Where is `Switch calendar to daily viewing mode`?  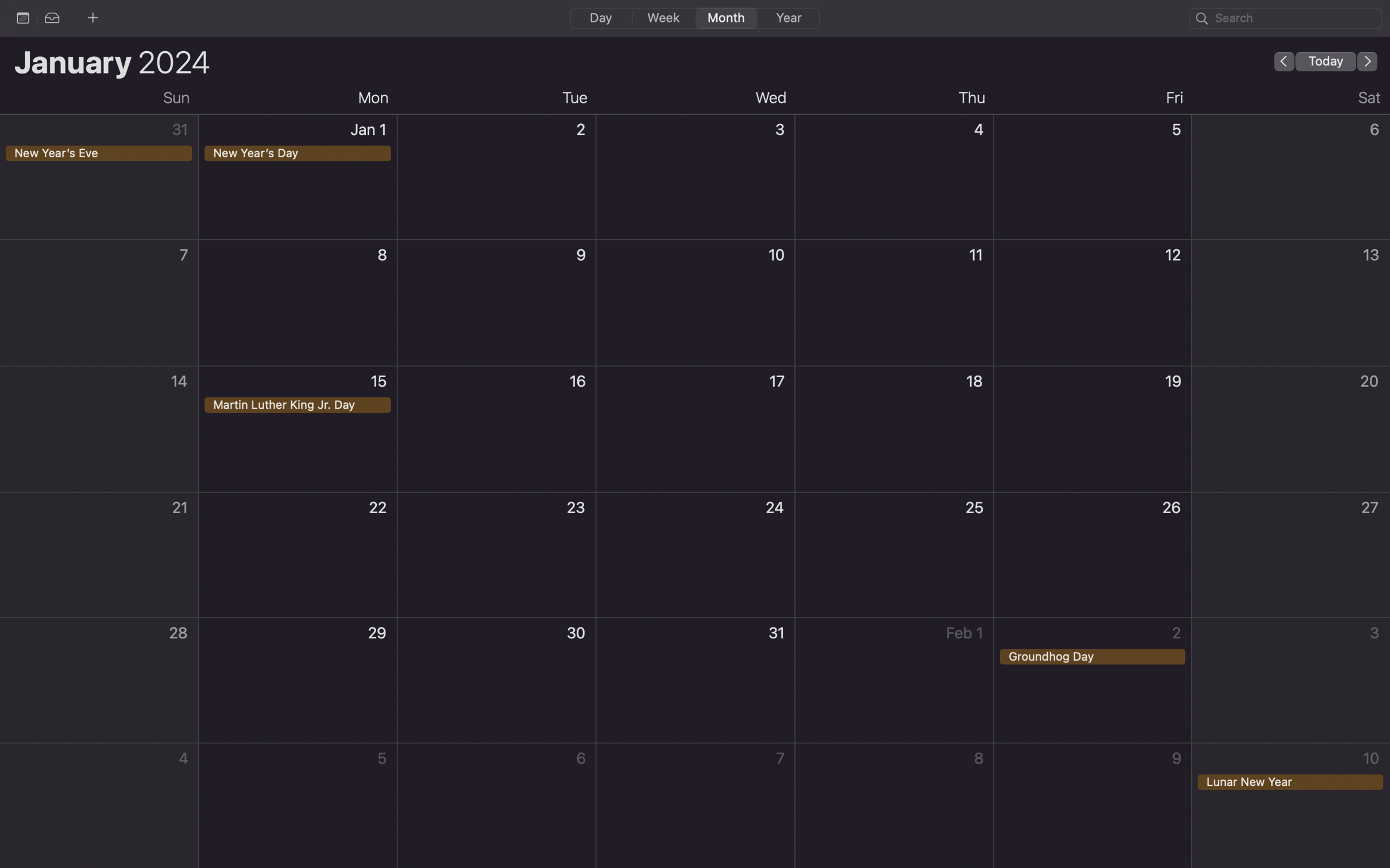
Switch calendar to daily viewing mode is located at coordinates (600, 17).